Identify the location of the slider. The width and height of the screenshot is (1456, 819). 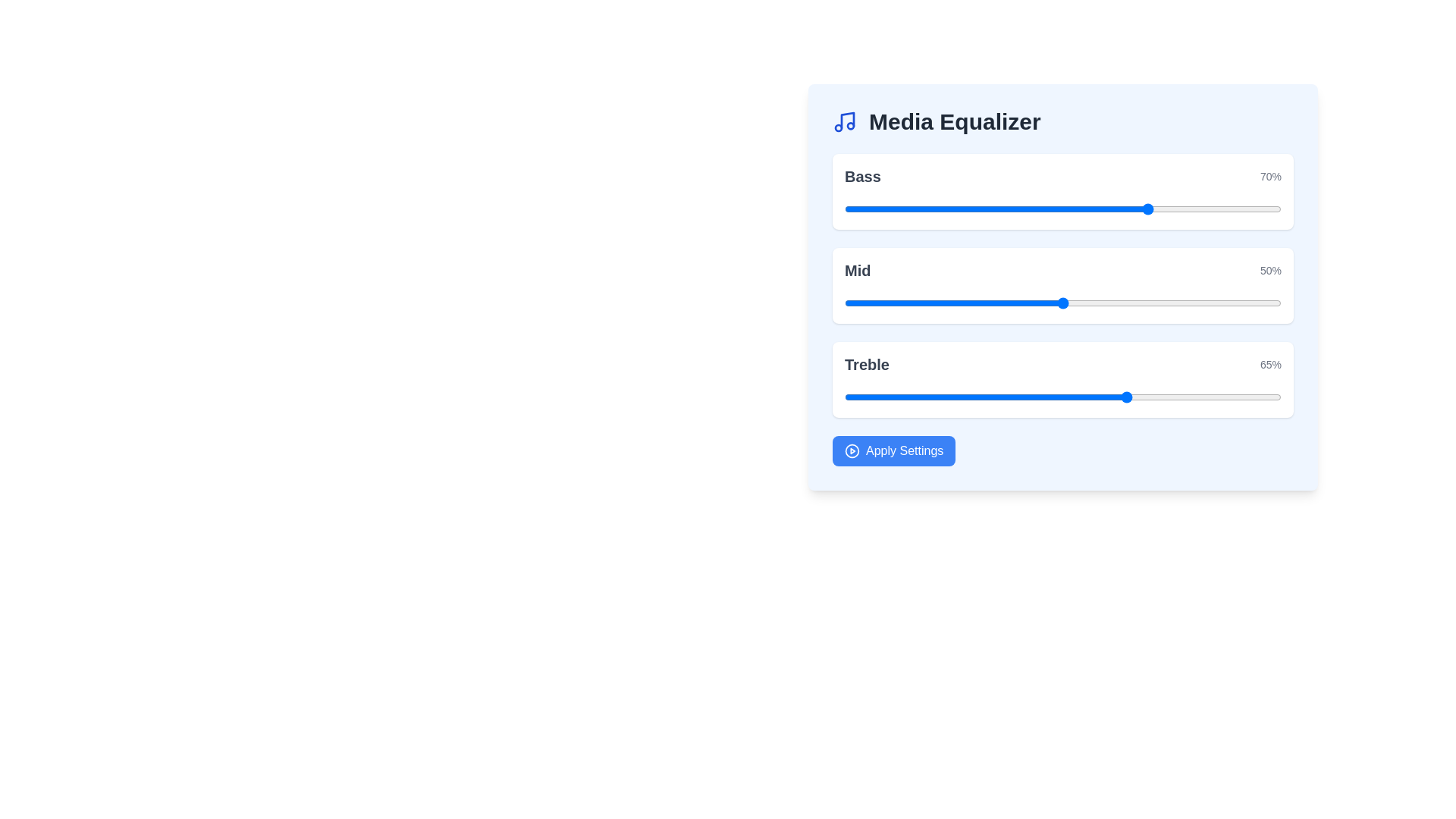
(1242, 303).